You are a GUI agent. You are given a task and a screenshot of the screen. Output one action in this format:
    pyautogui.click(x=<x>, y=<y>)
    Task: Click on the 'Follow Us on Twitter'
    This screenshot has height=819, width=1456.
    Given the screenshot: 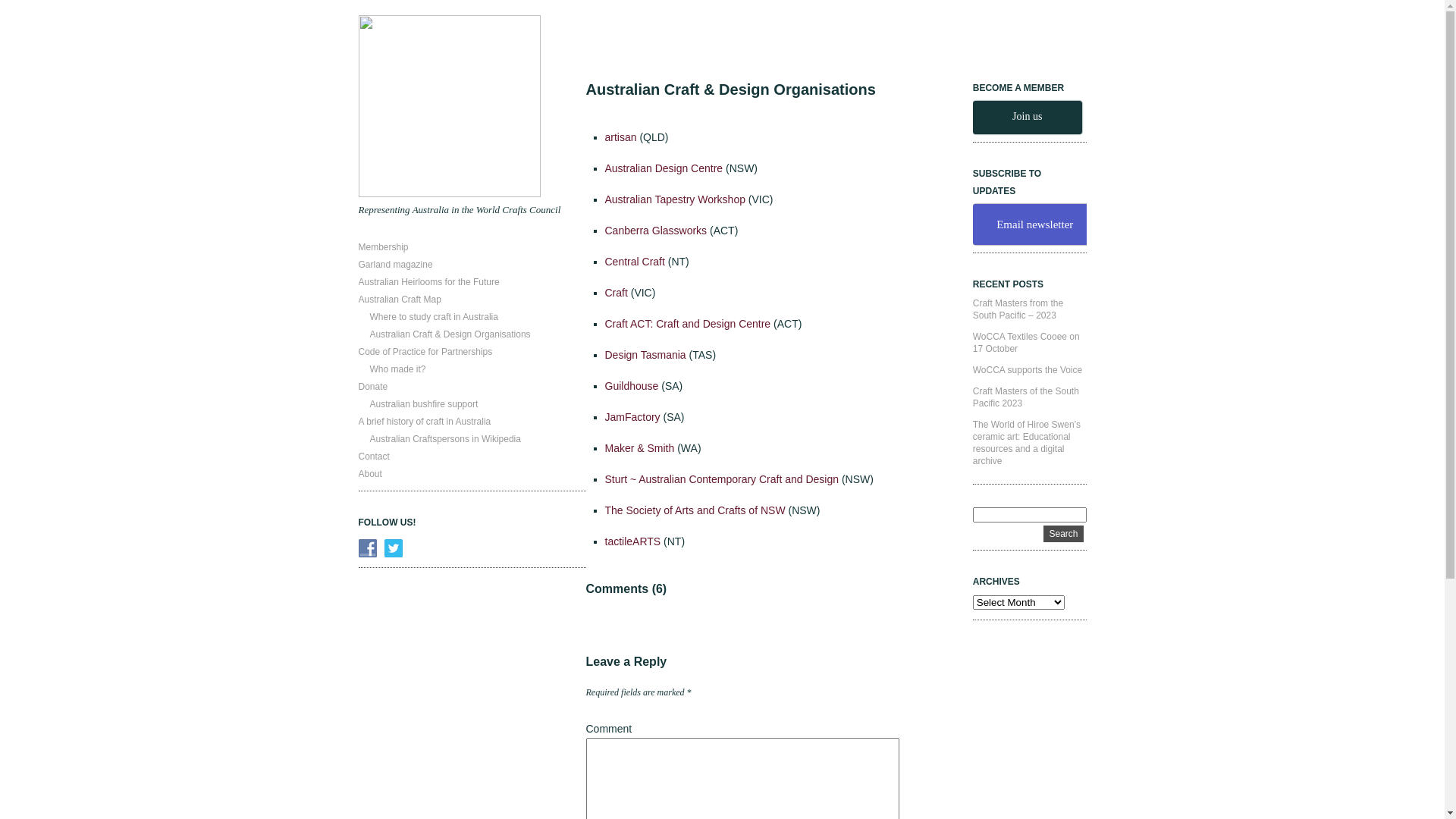 What is the action you would take?
    pyautogui.click(x=393, y=548)
    